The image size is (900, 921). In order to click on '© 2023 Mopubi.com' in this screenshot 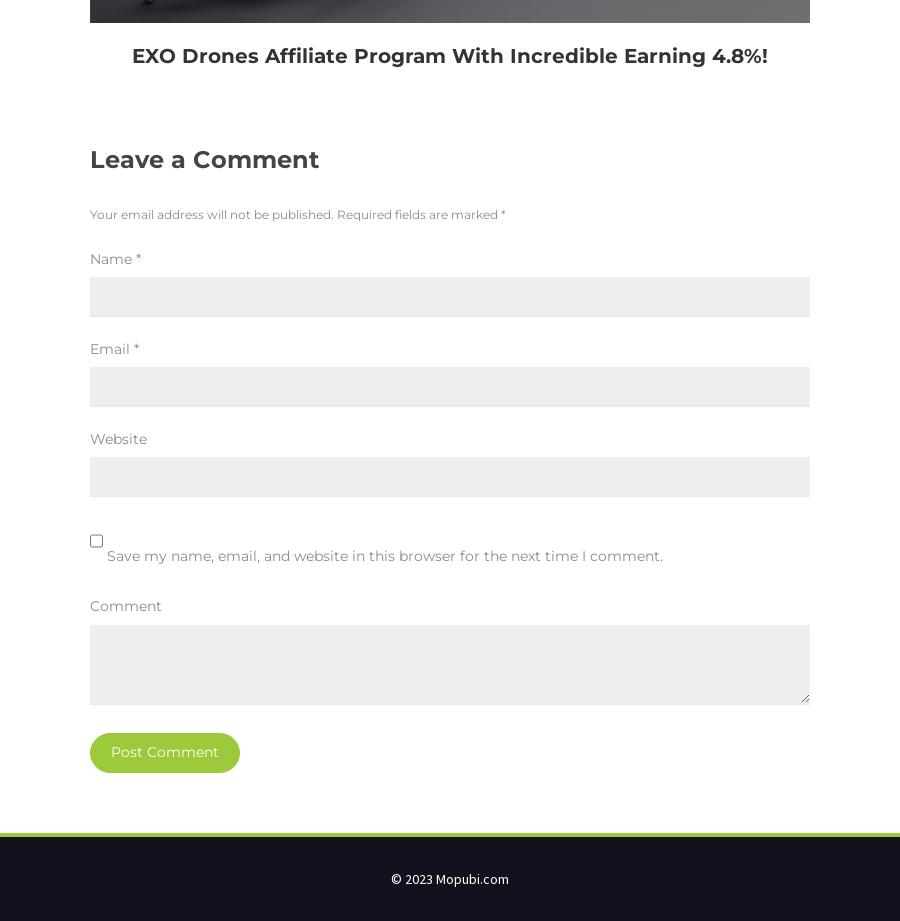, I will do `click(450, 876)`.